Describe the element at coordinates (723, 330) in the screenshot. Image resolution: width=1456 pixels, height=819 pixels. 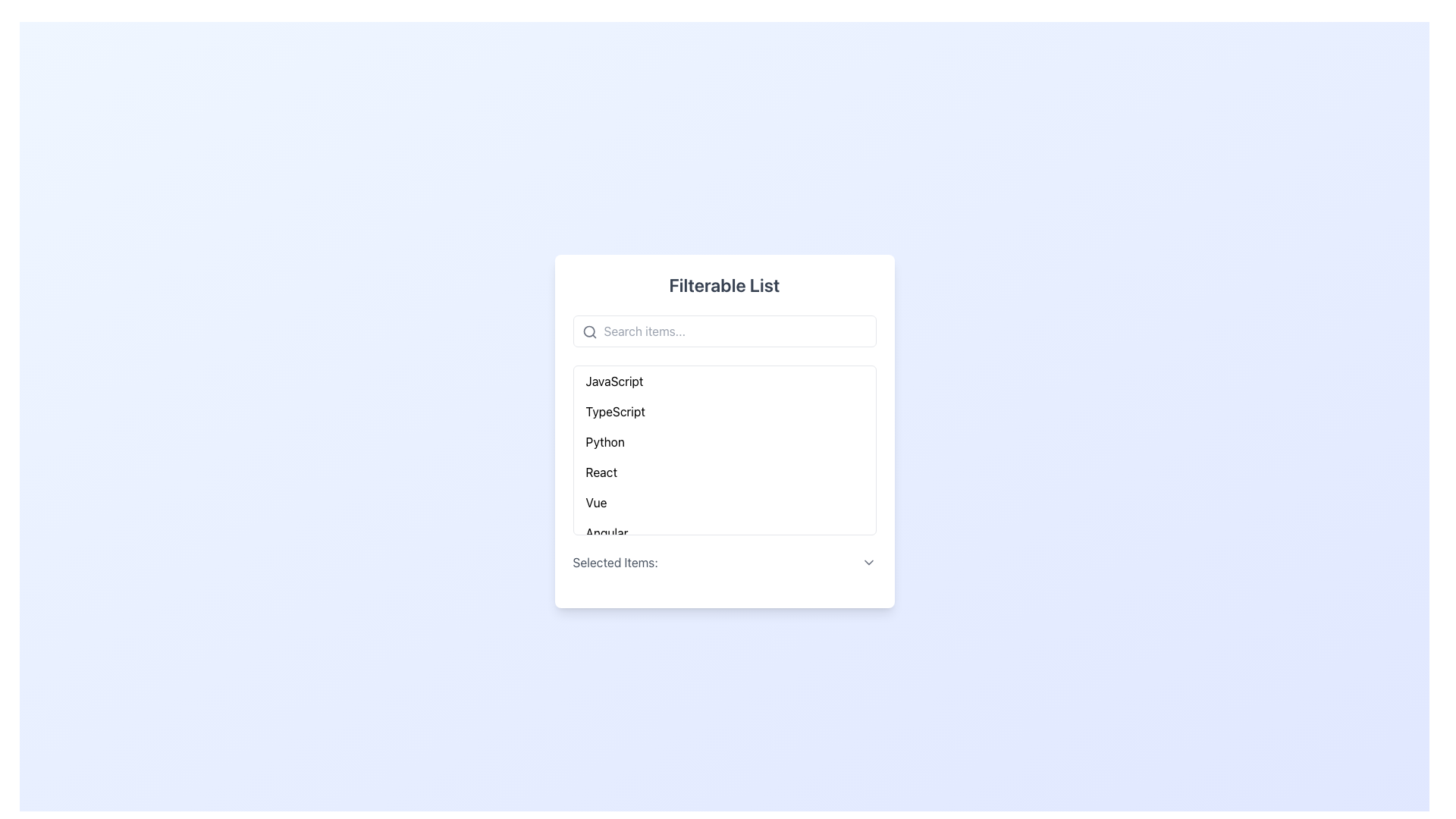
I see `the search bar located in the 'Filterable List' section to begin typing` at that location.